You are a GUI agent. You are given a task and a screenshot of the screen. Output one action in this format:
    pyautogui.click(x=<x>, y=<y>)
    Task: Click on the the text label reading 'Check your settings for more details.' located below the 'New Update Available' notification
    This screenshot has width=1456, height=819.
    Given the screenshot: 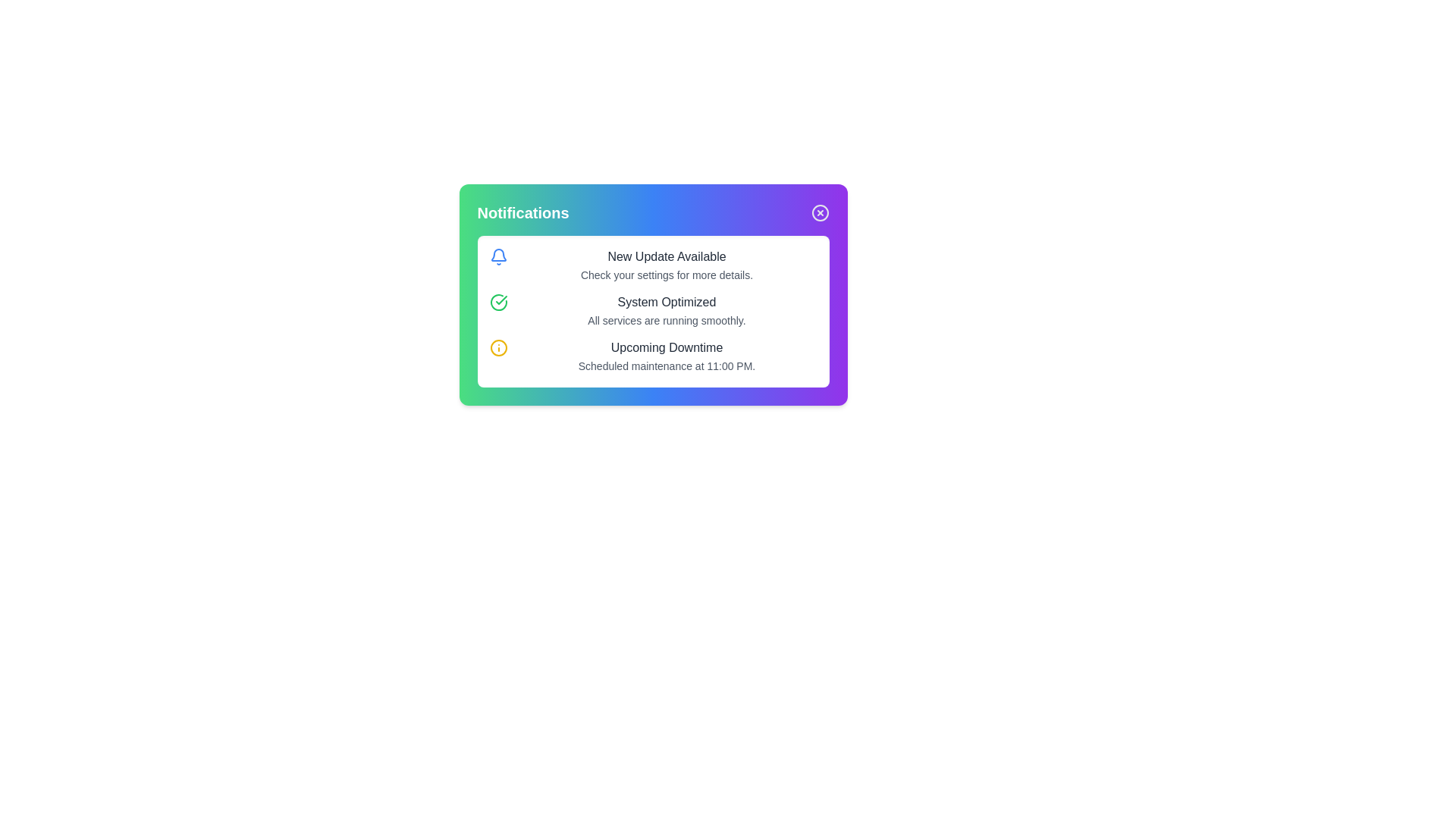 What is the action you would take?
    pyautogui.click(x=667, y=275)
    